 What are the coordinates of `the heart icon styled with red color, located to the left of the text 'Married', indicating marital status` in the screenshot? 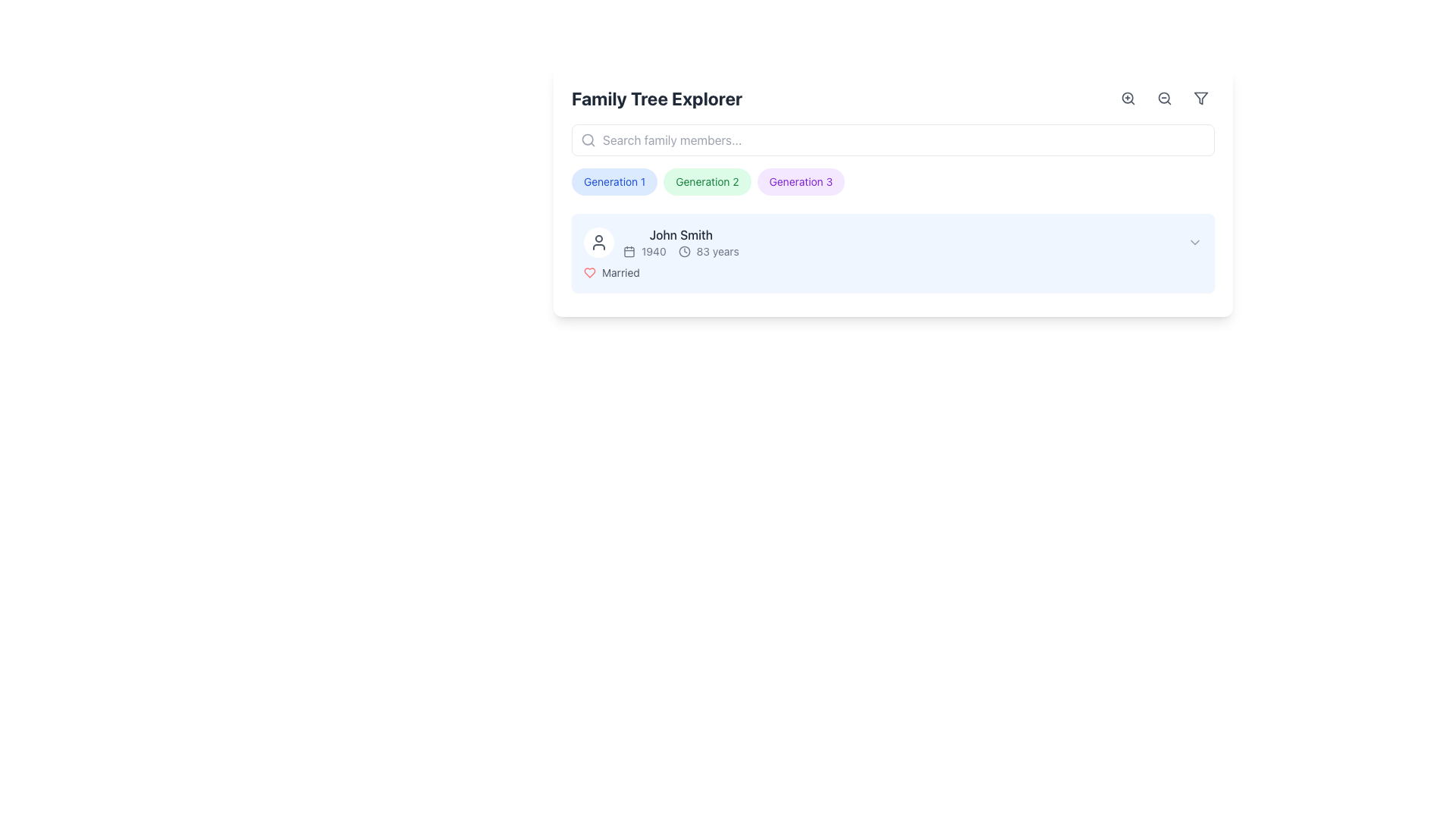 It's located at (588, 271).